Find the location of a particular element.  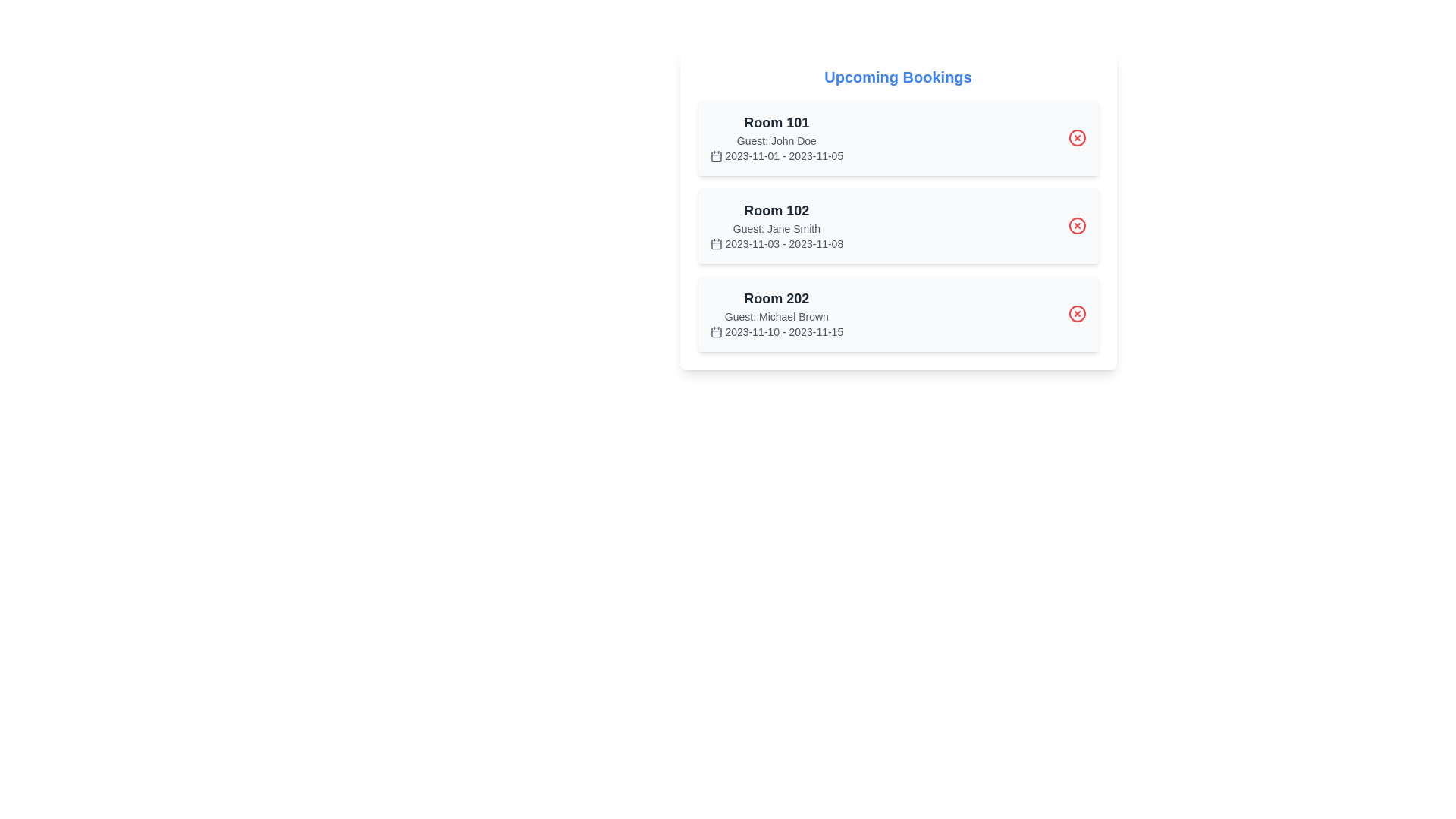

the static text displaying the date range '2023-11-01 - 2023-11-05' which is styled in gray and accompanied by a small calendar icon, positioned in the third row after 'Room 101' and 'Guest: John Doe' is located at coordinates (777, 155).